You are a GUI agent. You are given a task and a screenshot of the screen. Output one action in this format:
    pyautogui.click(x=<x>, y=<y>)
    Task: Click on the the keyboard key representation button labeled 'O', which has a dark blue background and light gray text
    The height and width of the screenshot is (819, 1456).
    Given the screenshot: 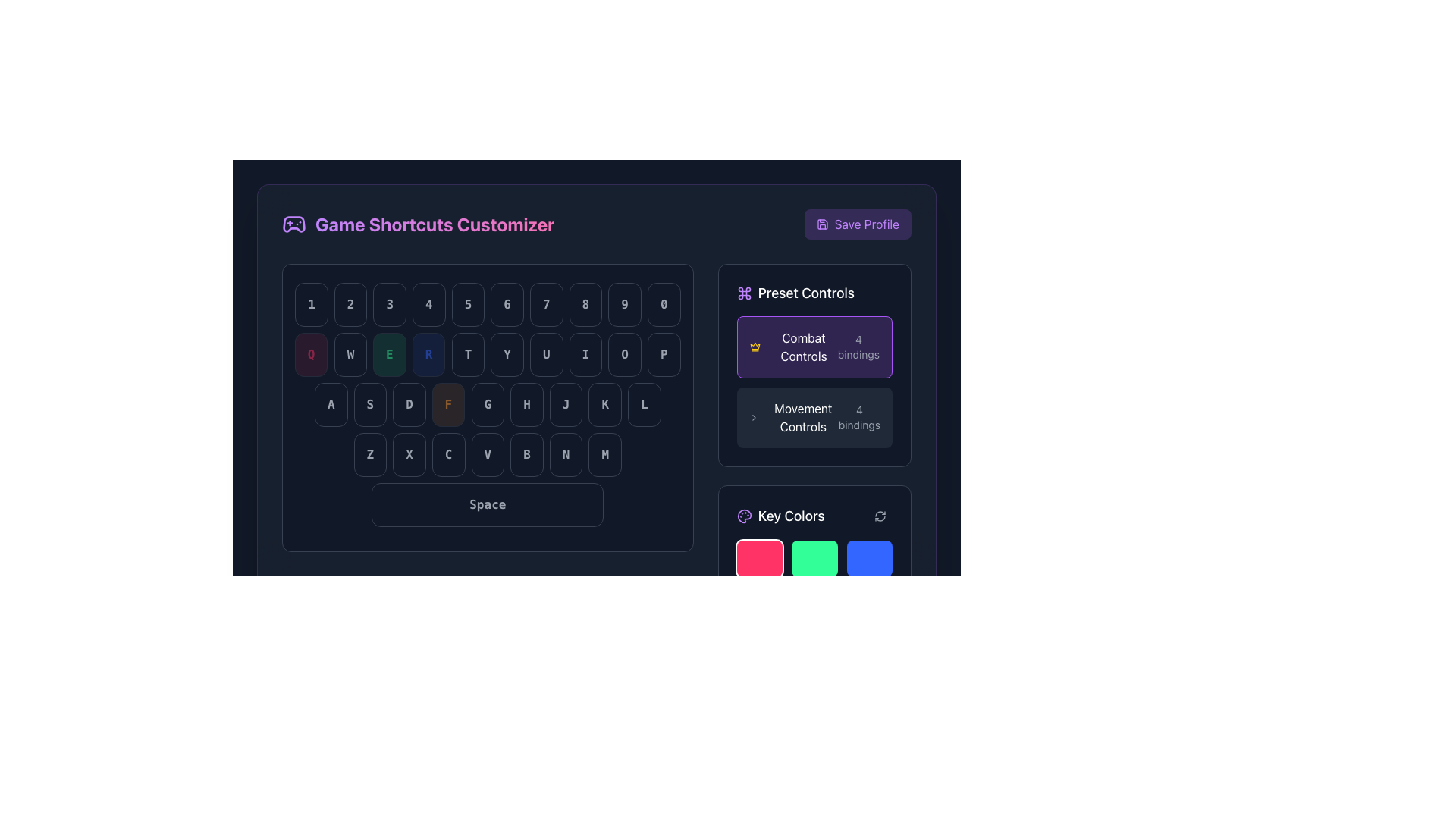 What is the action you would take?
    pyautogui.click(x=625, y=354)
    